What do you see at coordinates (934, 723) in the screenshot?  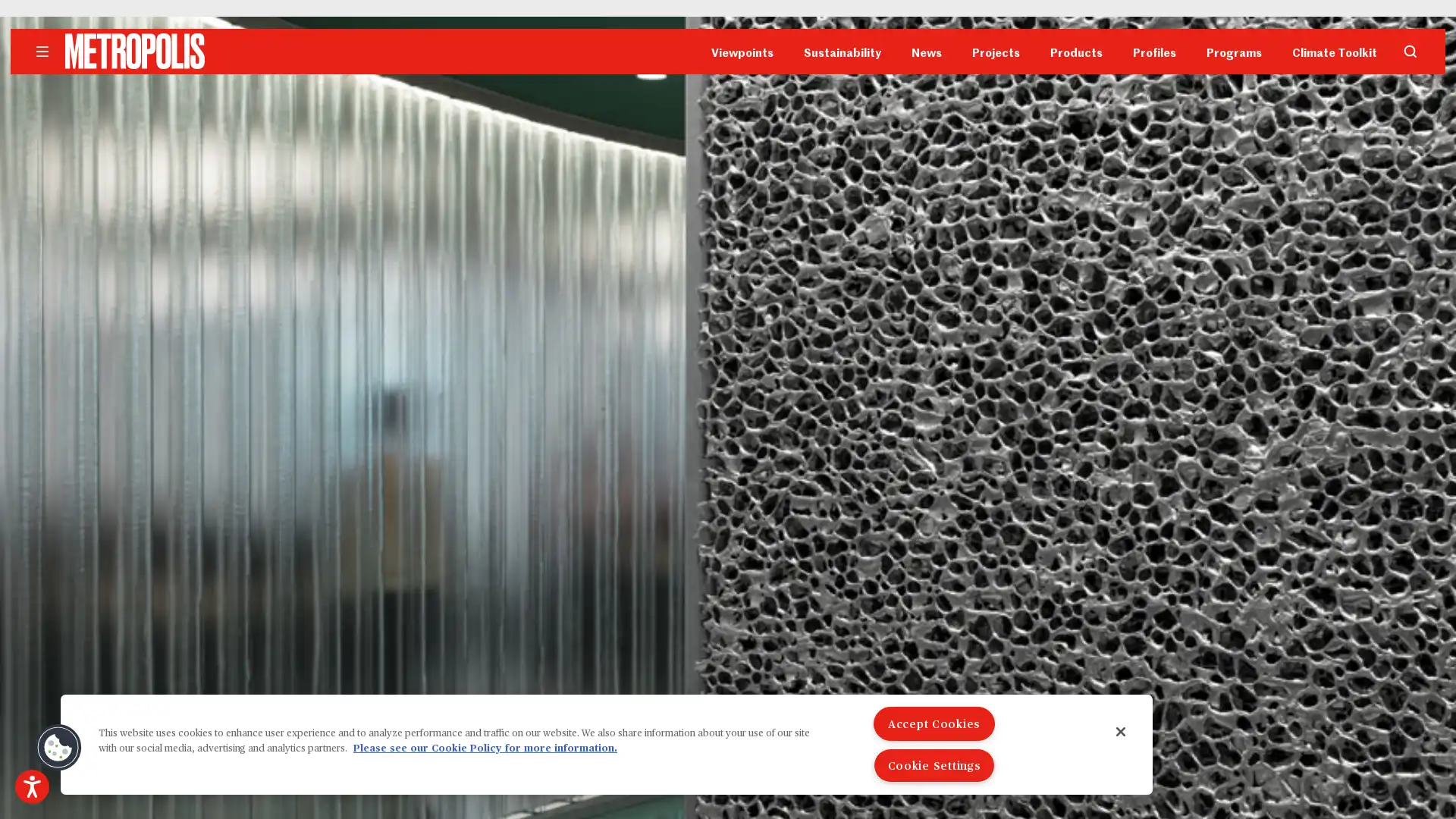 I see `Accept Cookies` at bounding box center [934, 723].